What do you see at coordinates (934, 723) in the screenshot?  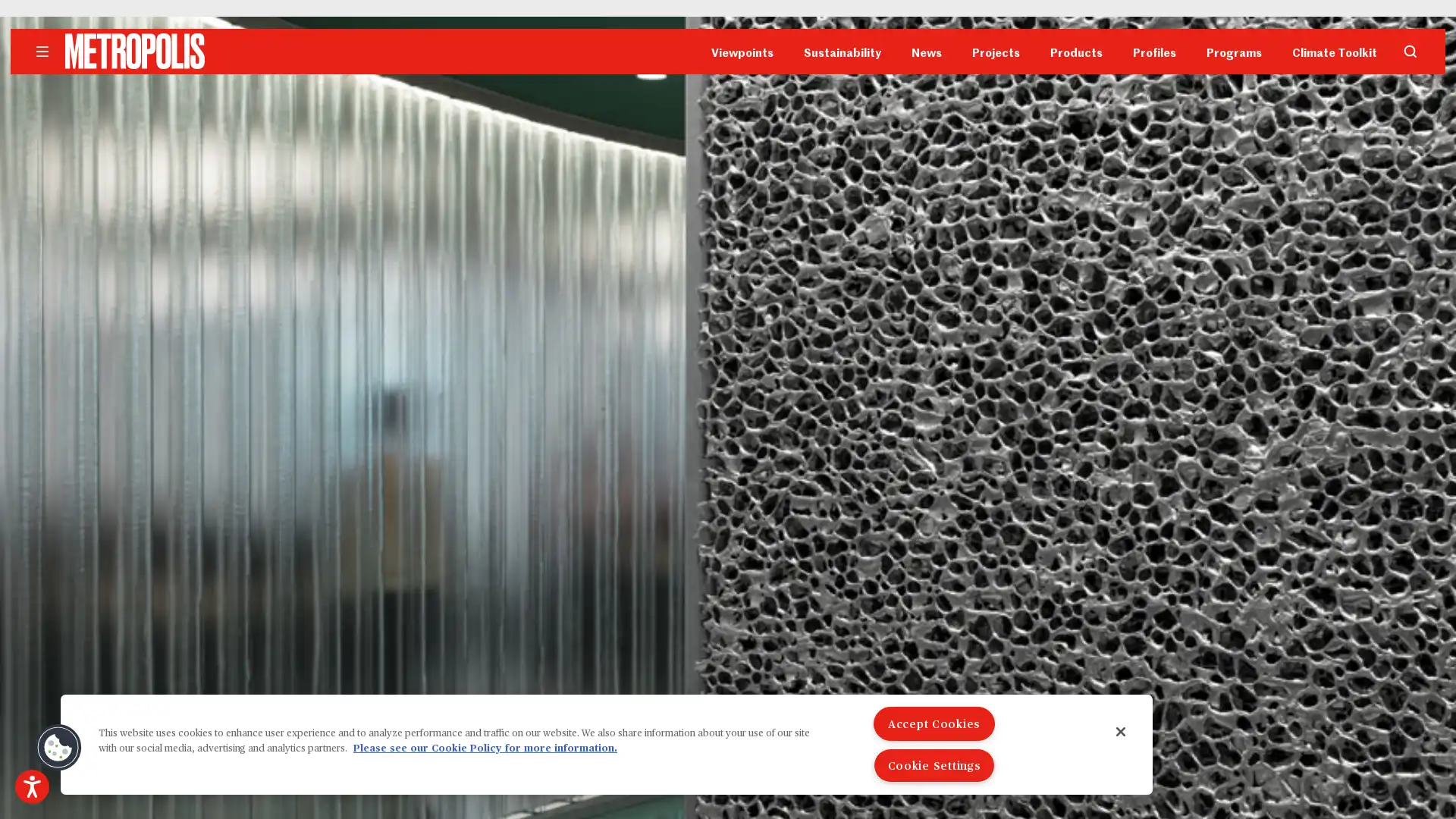 I see `Accept Cookies` at bounding box center [934, 723].